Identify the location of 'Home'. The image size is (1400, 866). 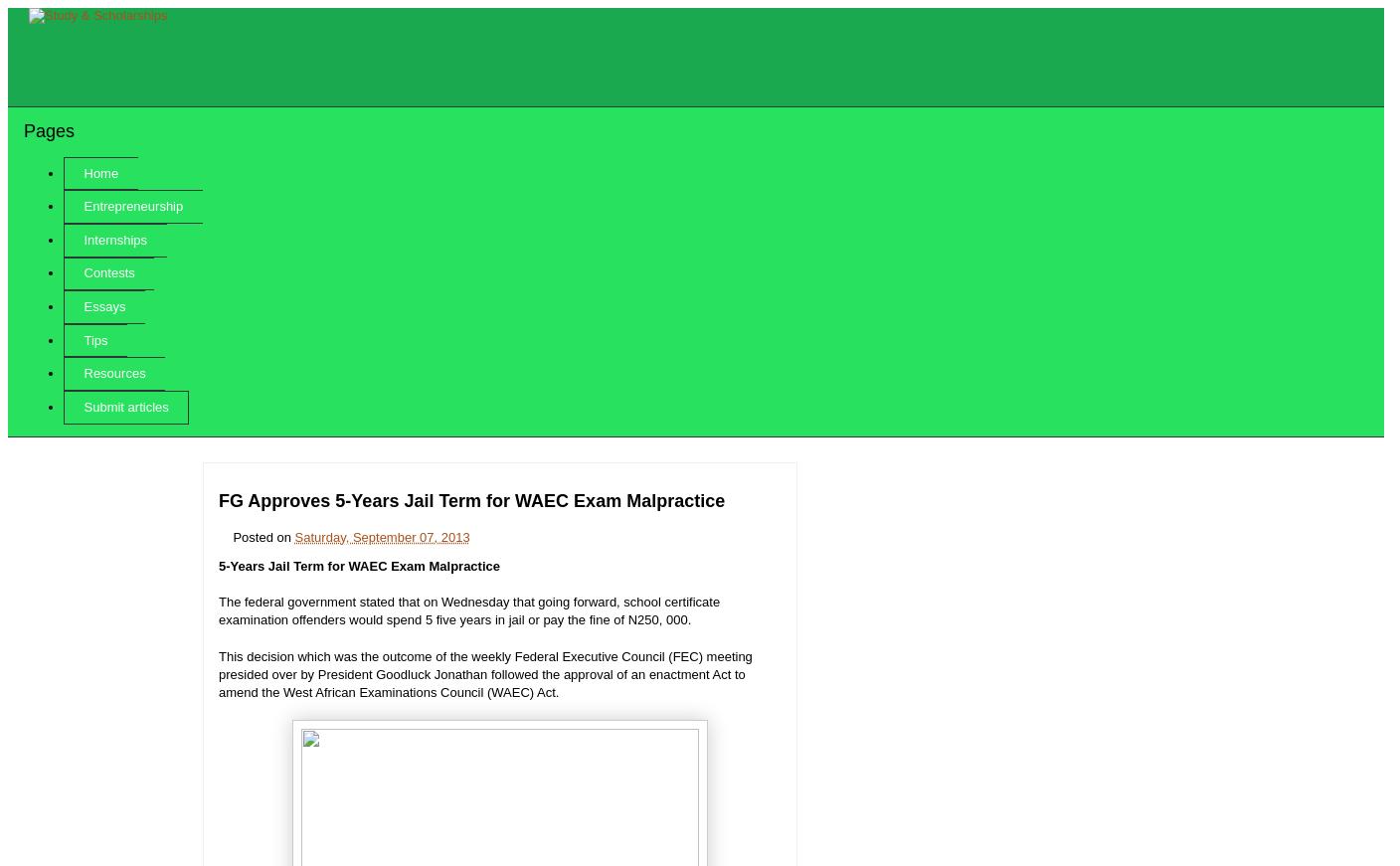
(83, 172).